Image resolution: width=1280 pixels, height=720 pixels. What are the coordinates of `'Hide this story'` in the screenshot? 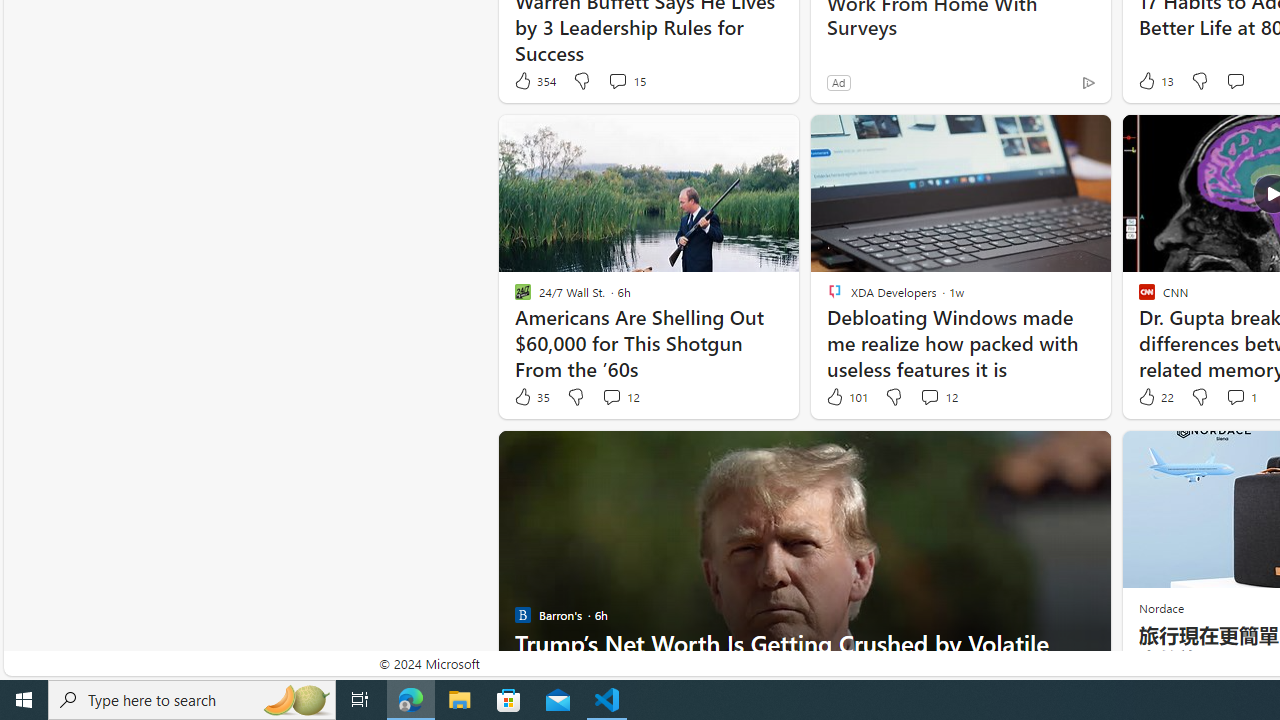 It's located at (1049, 455).